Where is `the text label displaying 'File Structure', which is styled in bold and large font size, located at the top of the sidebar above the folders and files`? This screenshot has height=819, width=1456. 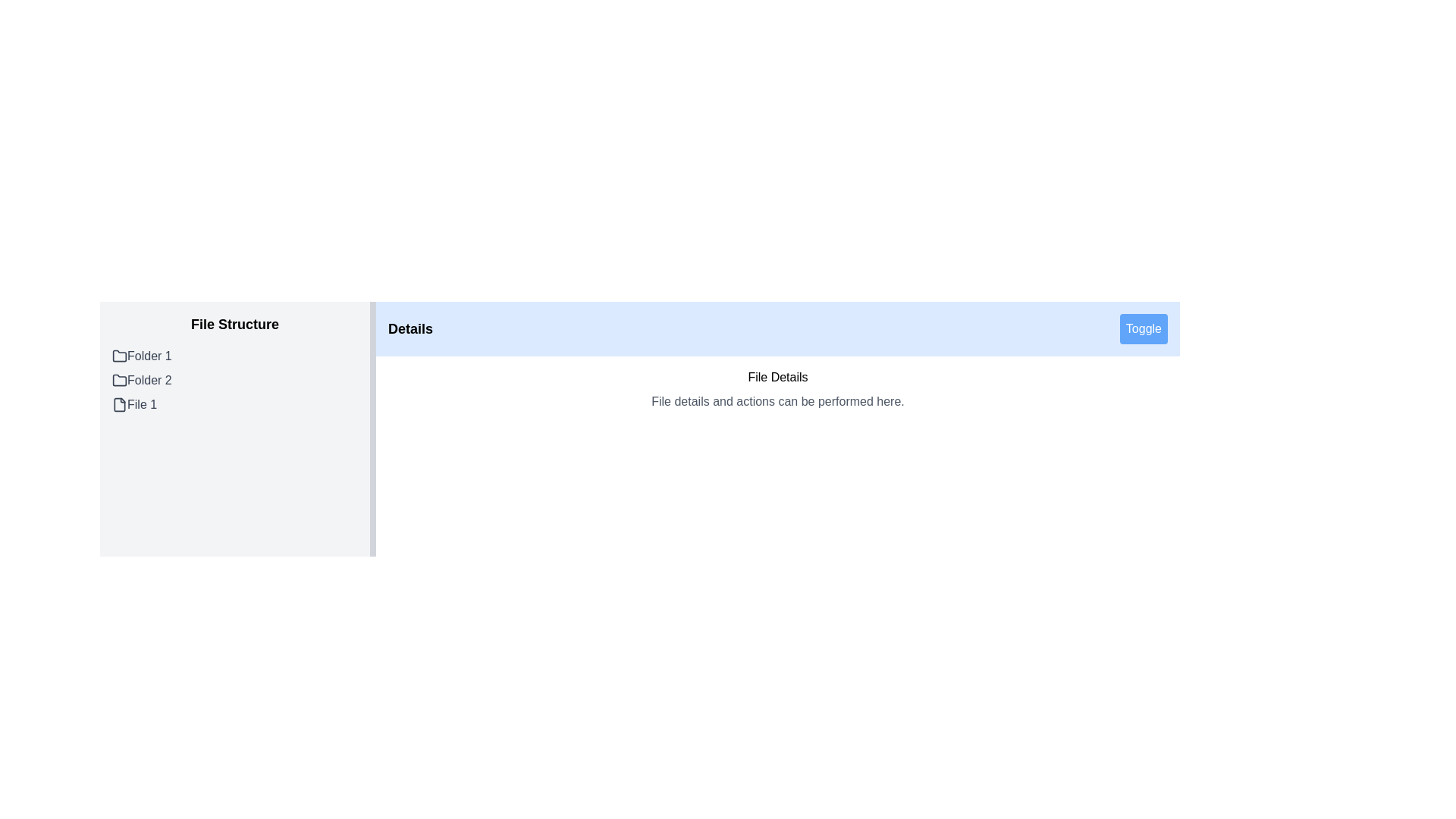 the text label displaying 'File Structure', which is styled in bold and large font size, located at the top of the sidebar above the folders and files is located at coordinates (234, 324).